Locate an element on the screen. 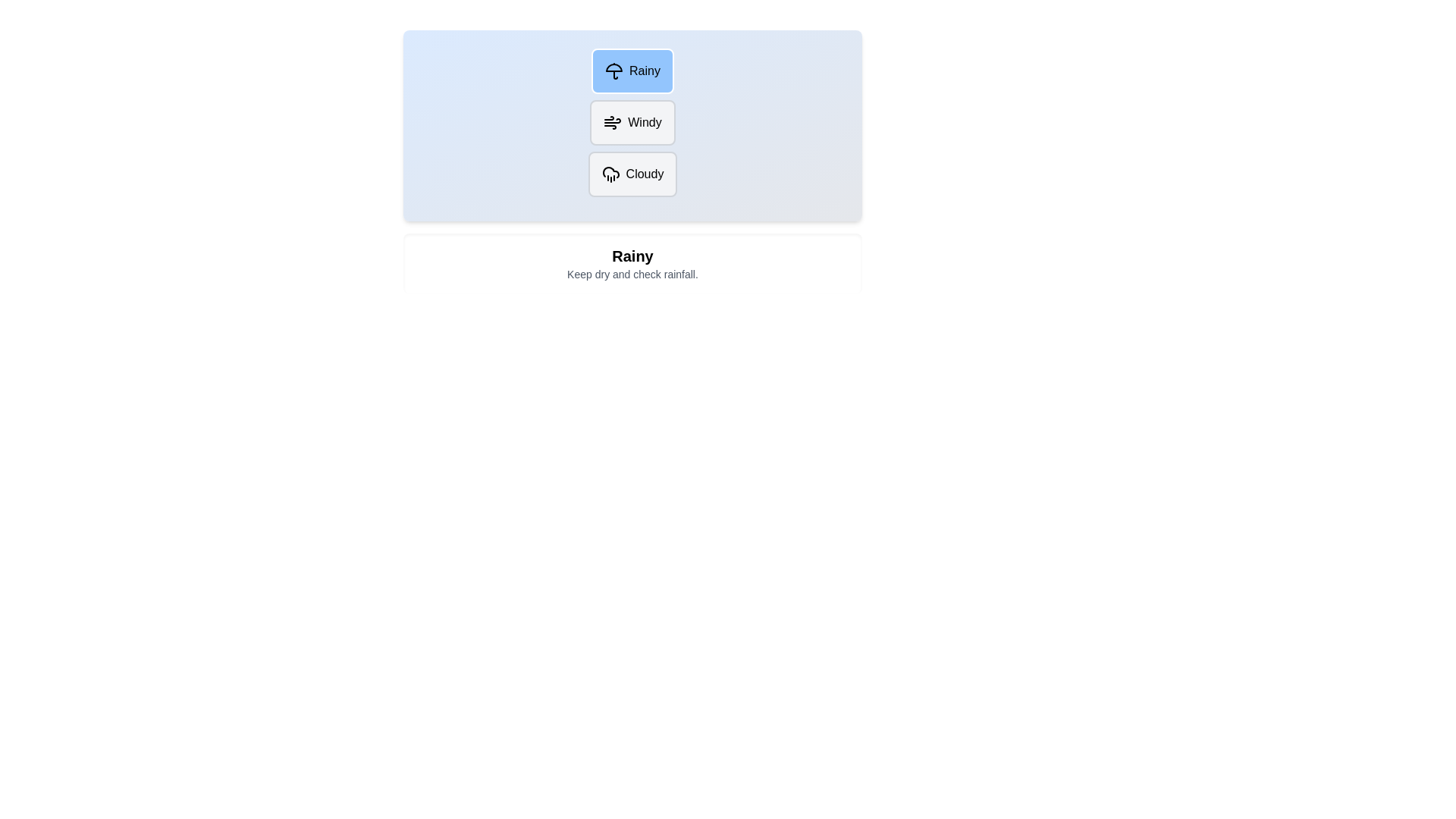 The height and width of the screenshot is (819, 1456). the Rainy tab by clicking on it is located at coordinates (632, 71).